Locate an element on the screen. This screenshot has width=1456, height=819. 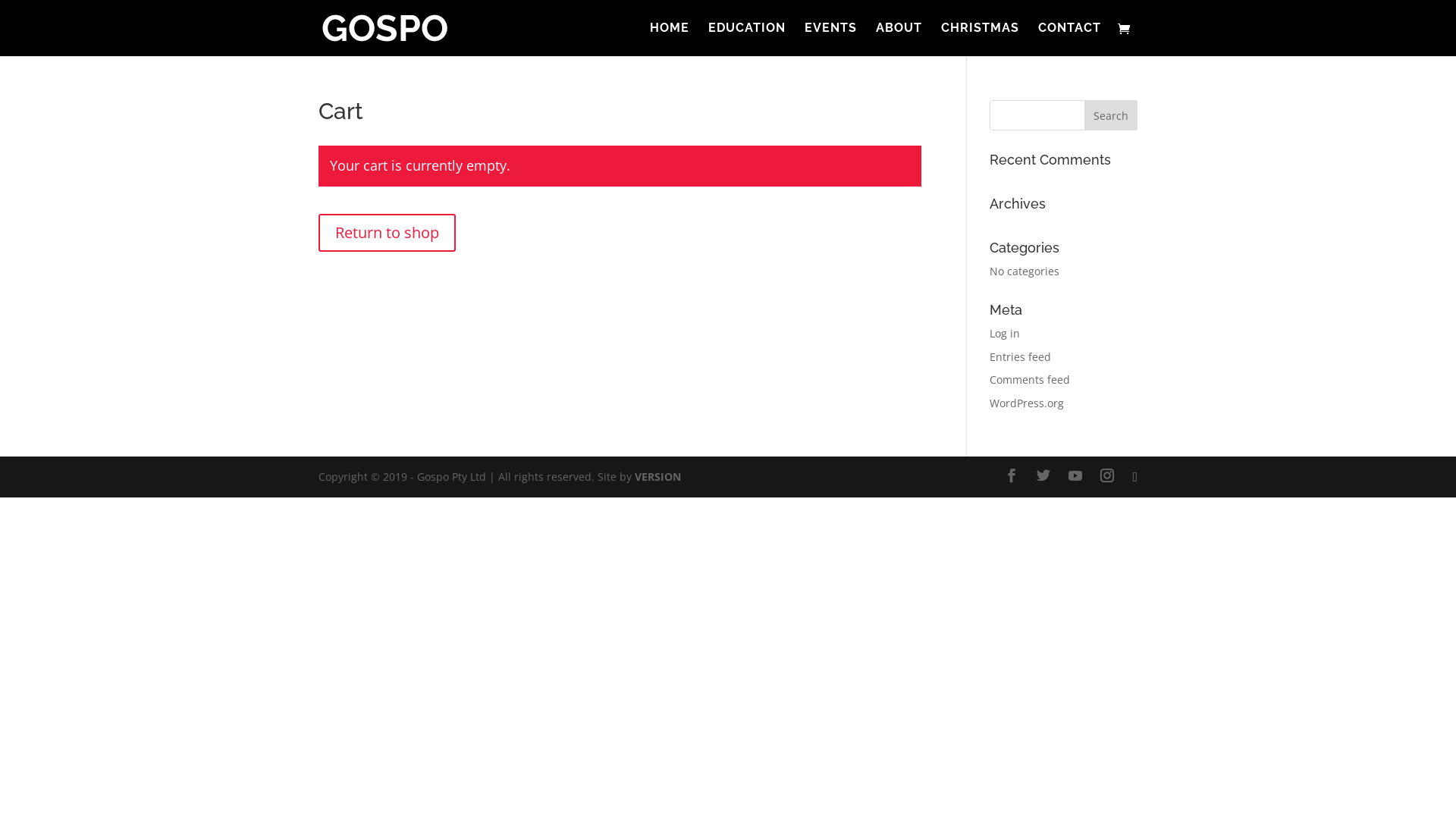
'CHRISTMAS' is located at coordinates (980, 38).